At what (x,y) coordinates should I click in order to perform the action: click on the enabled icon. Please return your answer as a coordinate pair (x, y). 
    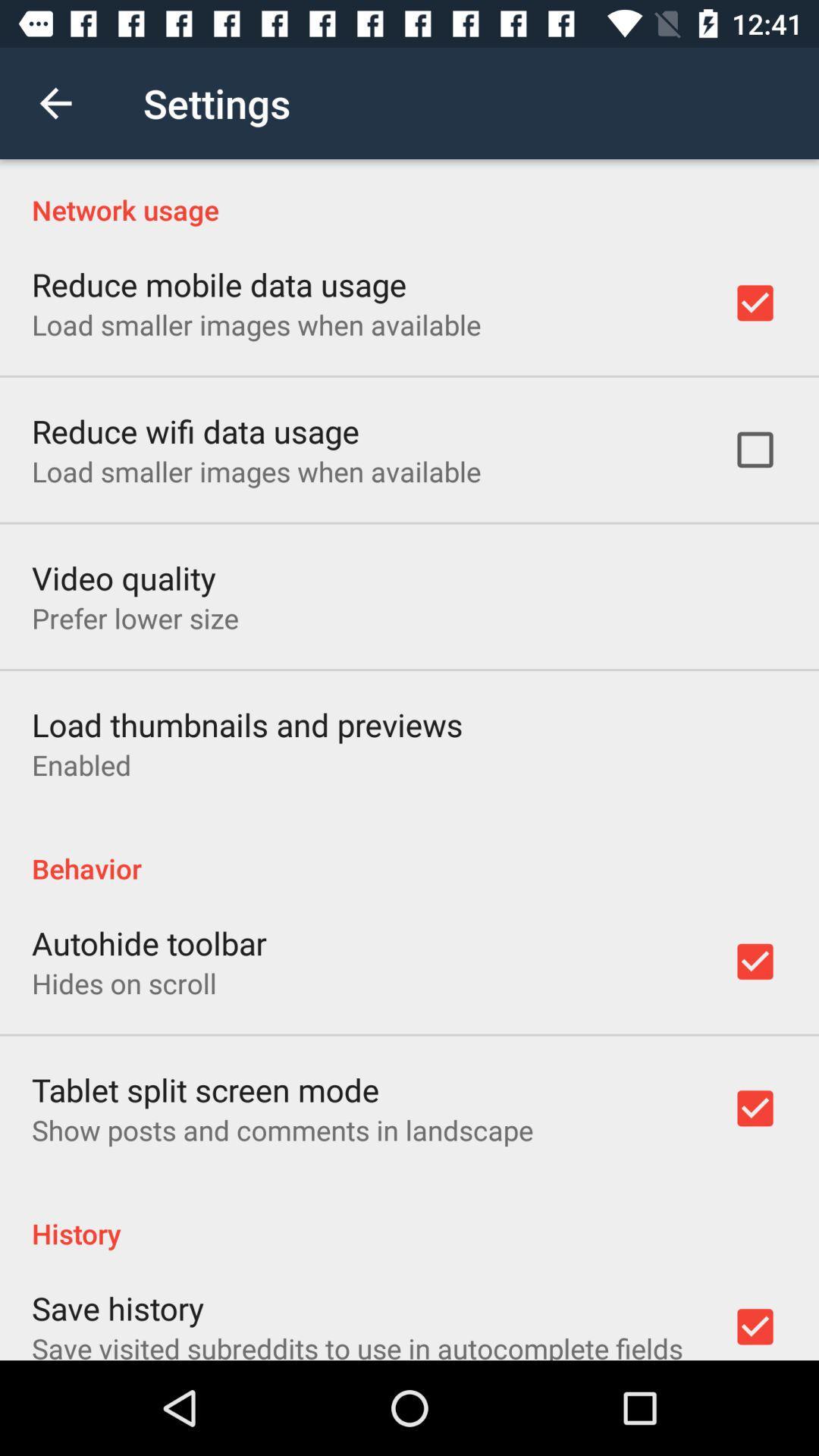
    Looking at the image, I should click on (81, 764).